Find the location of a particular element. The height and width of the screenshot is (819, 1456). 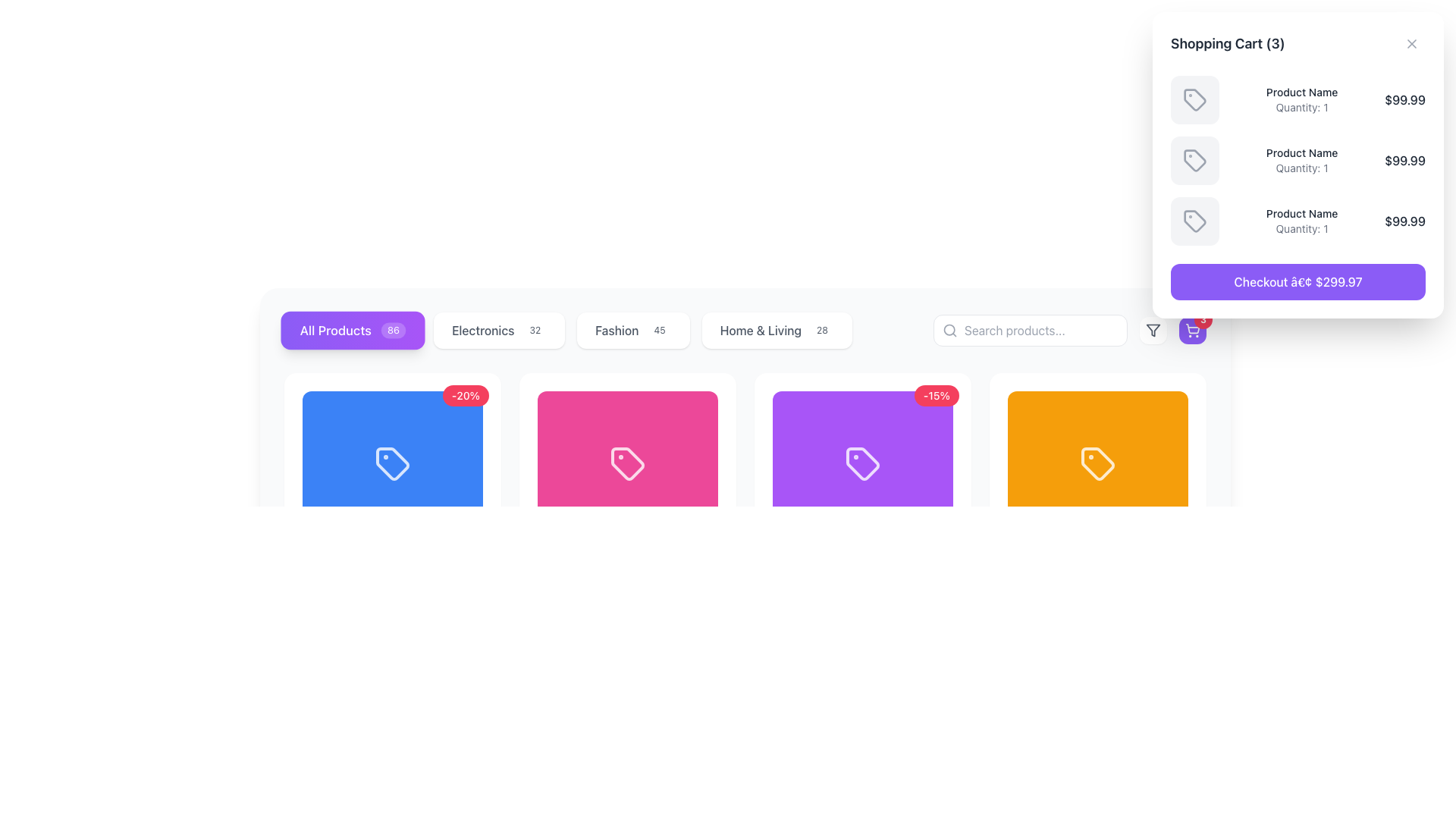

the Product Card with a pink background and a white tag icon, which is the second item from the left in a 4-column grid layout, to trigger animations is located at coordinates (628, 511).